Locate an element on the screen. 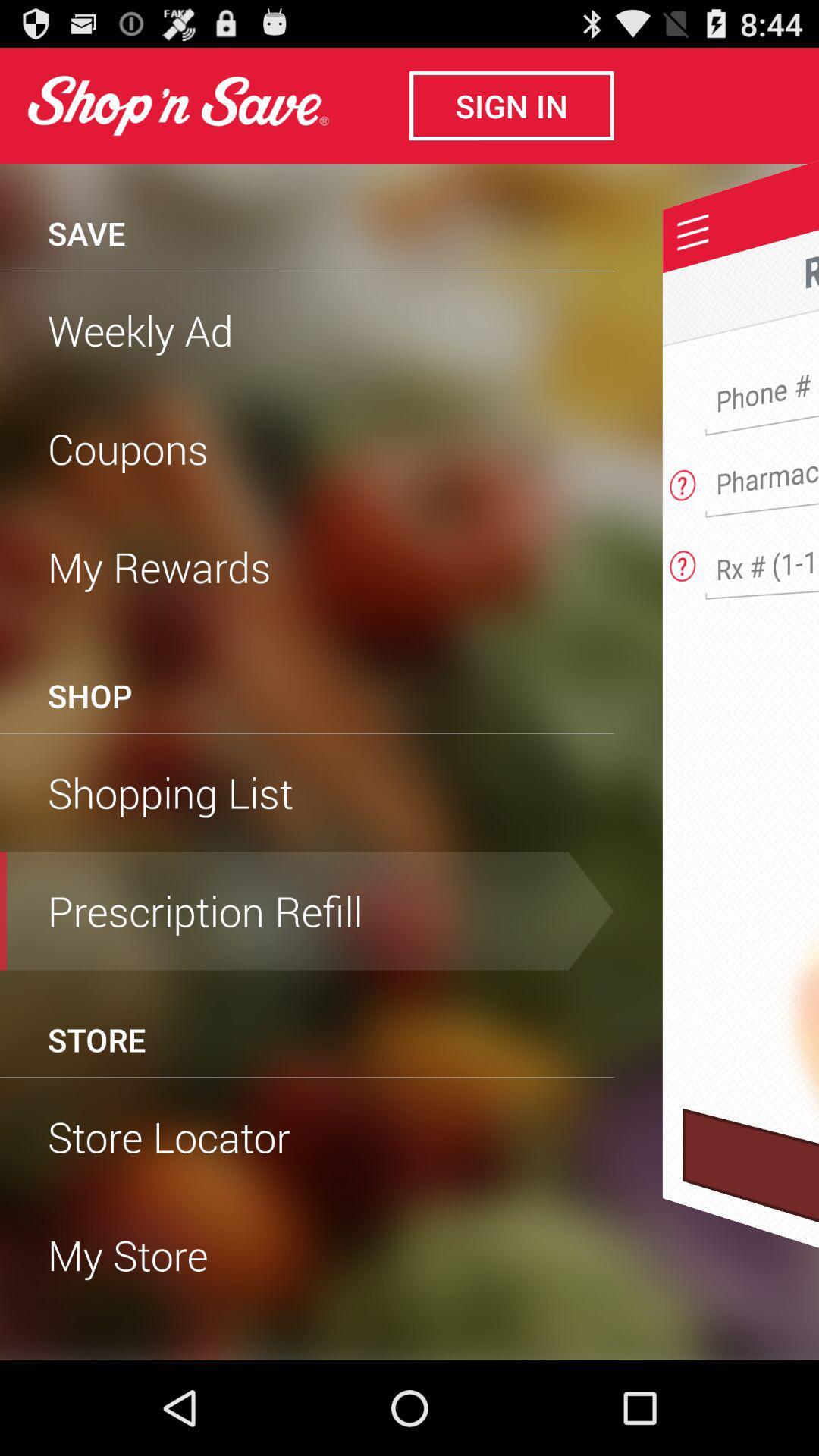  coupons item is located at coordinates (307, 447).